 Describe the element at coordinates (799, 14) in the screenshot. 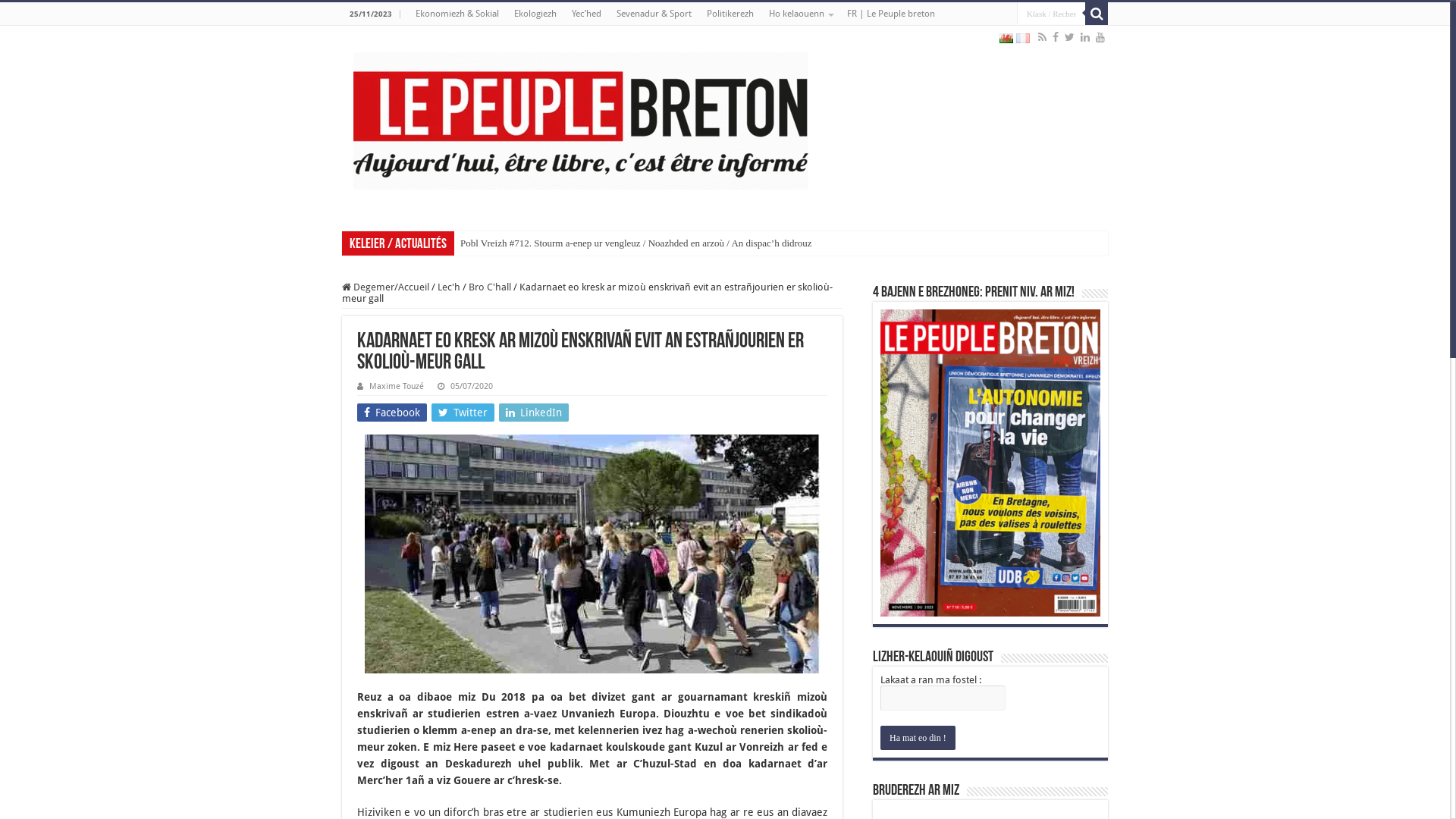

I see `'Ho kelaouenn'` at that location.